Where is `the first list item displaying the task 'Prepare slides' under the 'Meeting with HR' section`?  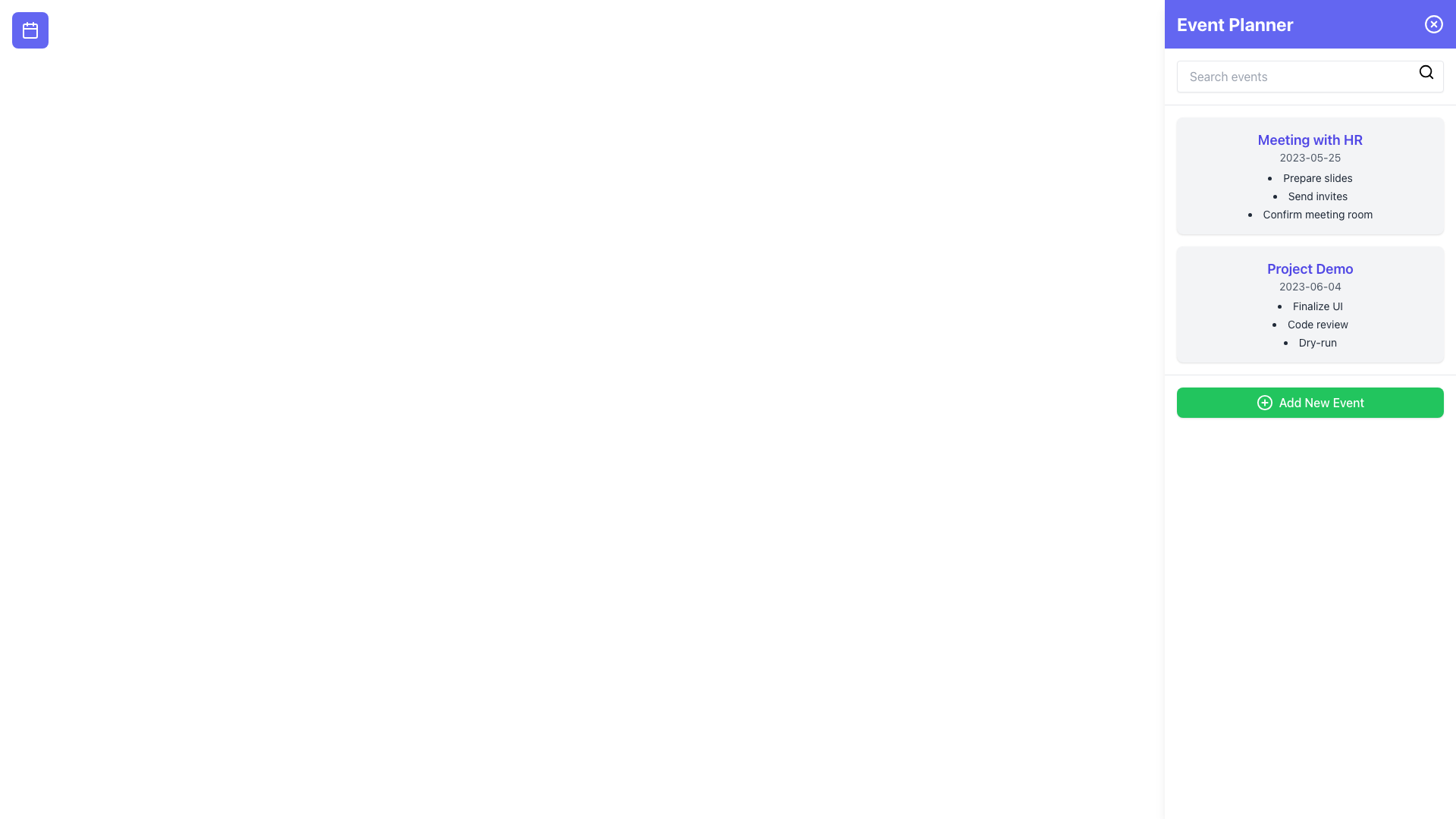
the first list item displaying the task 'Prepare slides' under the 'Meeting with HR' section is located at coordinates (1310, 177).